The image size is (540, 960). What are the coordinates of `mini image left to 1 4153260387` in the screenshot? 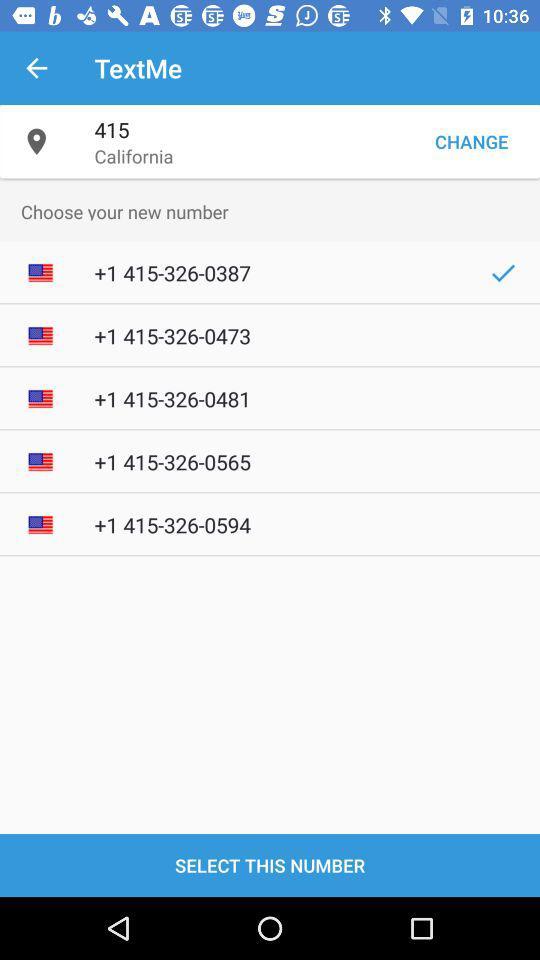 It's located at (40, 272).